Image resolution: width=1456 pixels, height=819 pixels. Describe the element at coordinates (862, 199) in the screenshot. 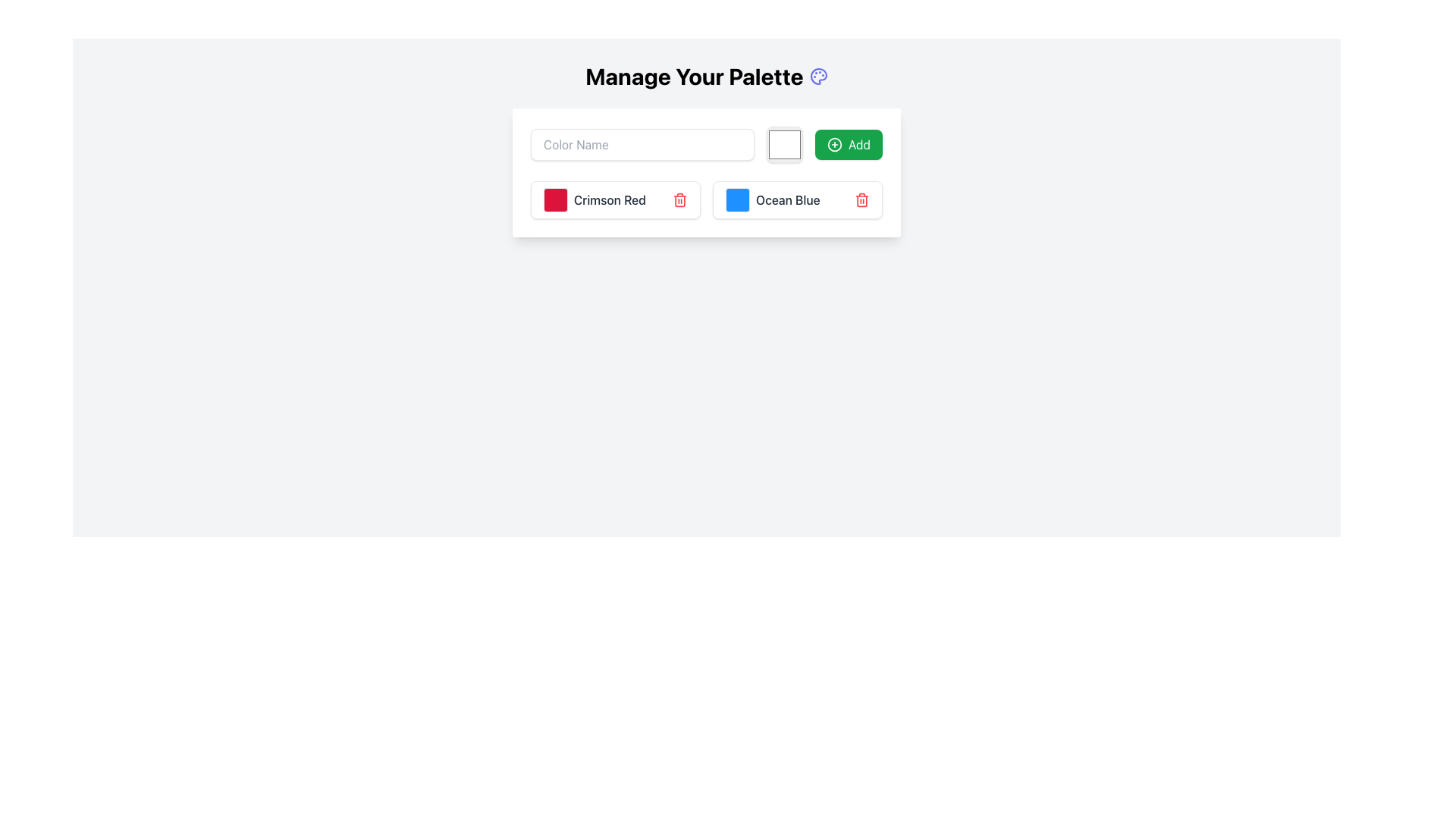

I see `the delete button located to the right of the 'Ocean Blue' entry in the palette list` at that location.